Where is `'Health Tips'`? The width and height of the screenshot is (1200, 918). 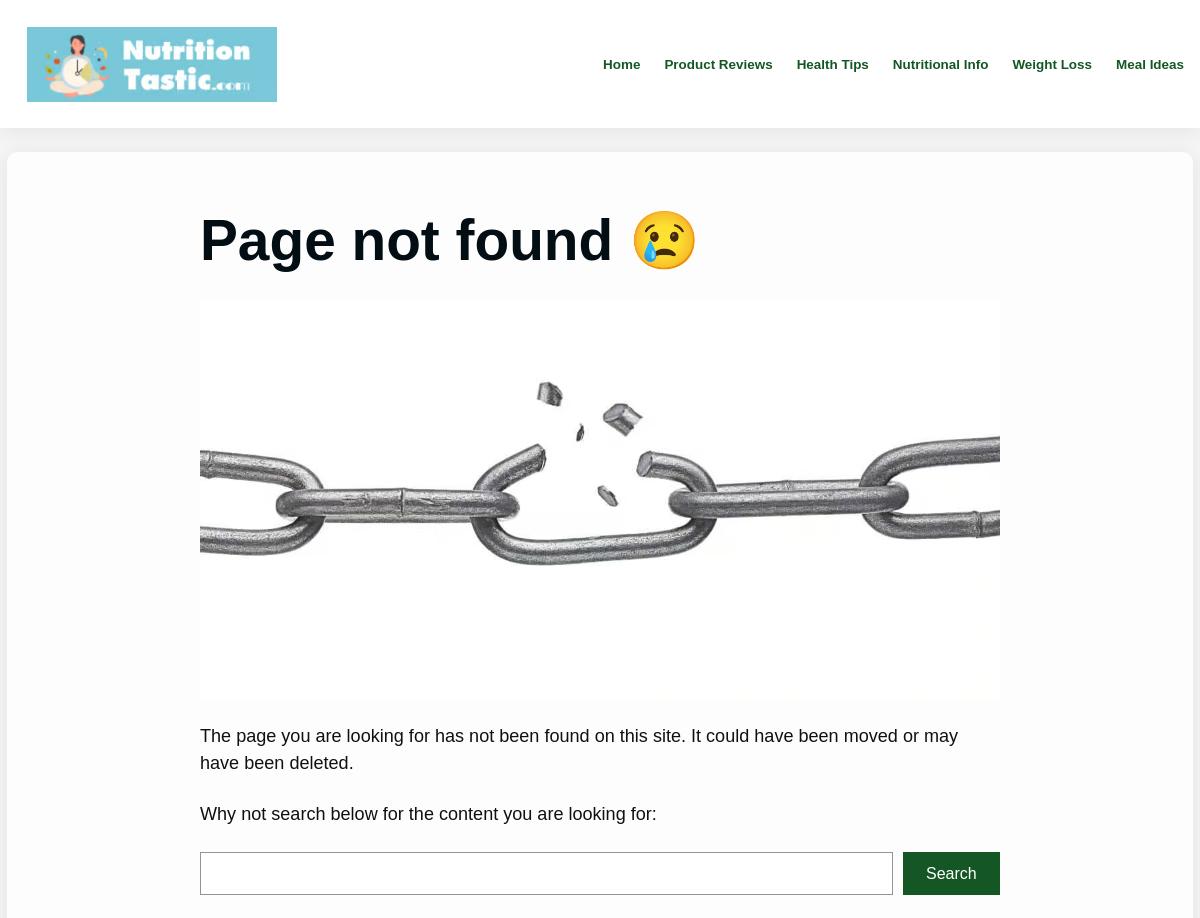
'Health Tips' is located at coordinates (830, 63).